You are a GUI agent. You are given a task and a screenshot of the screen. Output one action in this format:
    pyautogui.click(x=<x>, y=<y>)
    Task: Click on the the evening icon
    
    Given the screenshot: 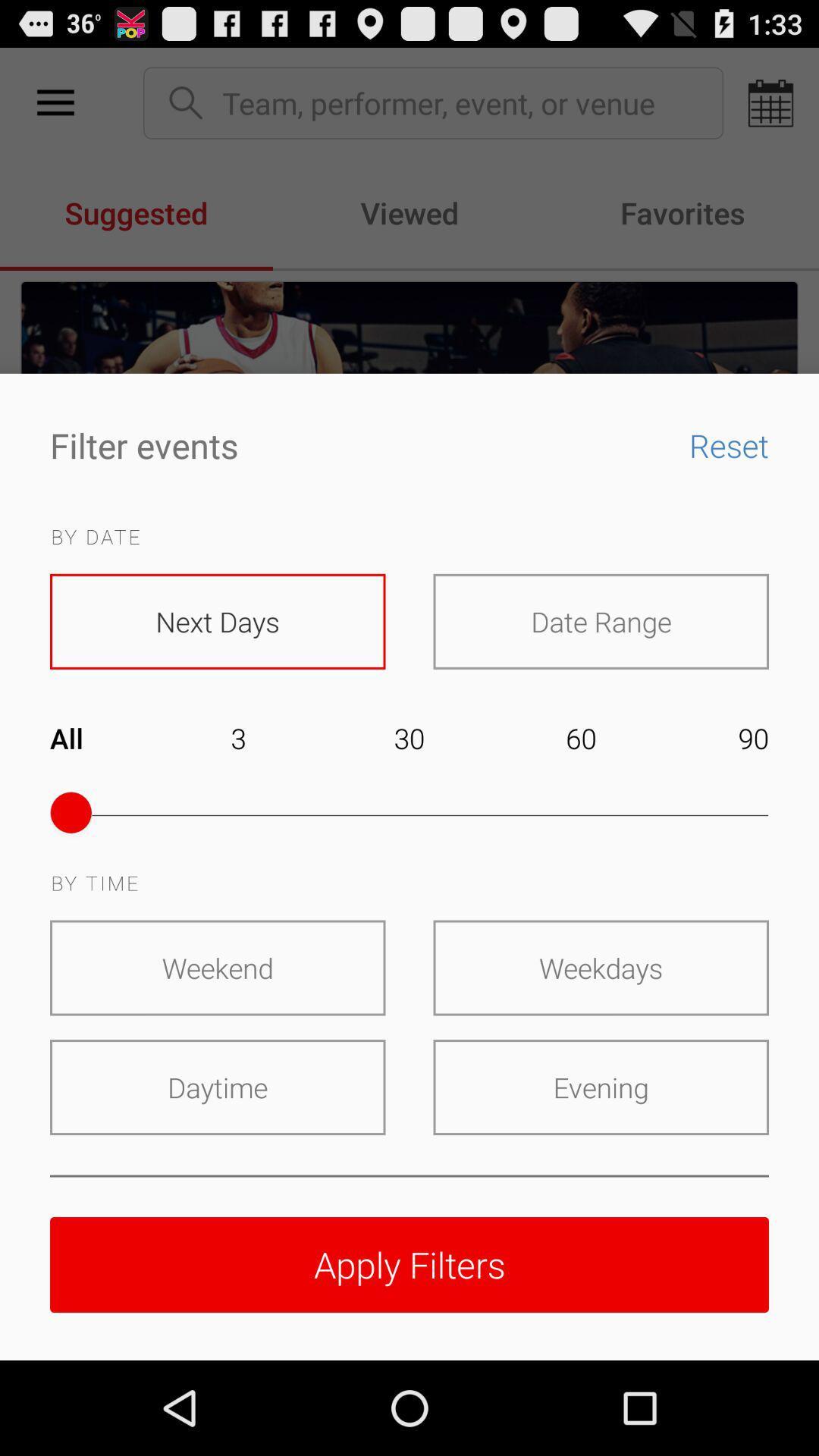 What is the action you would take?
    pyautogui.click(x=600, y=1087)
    